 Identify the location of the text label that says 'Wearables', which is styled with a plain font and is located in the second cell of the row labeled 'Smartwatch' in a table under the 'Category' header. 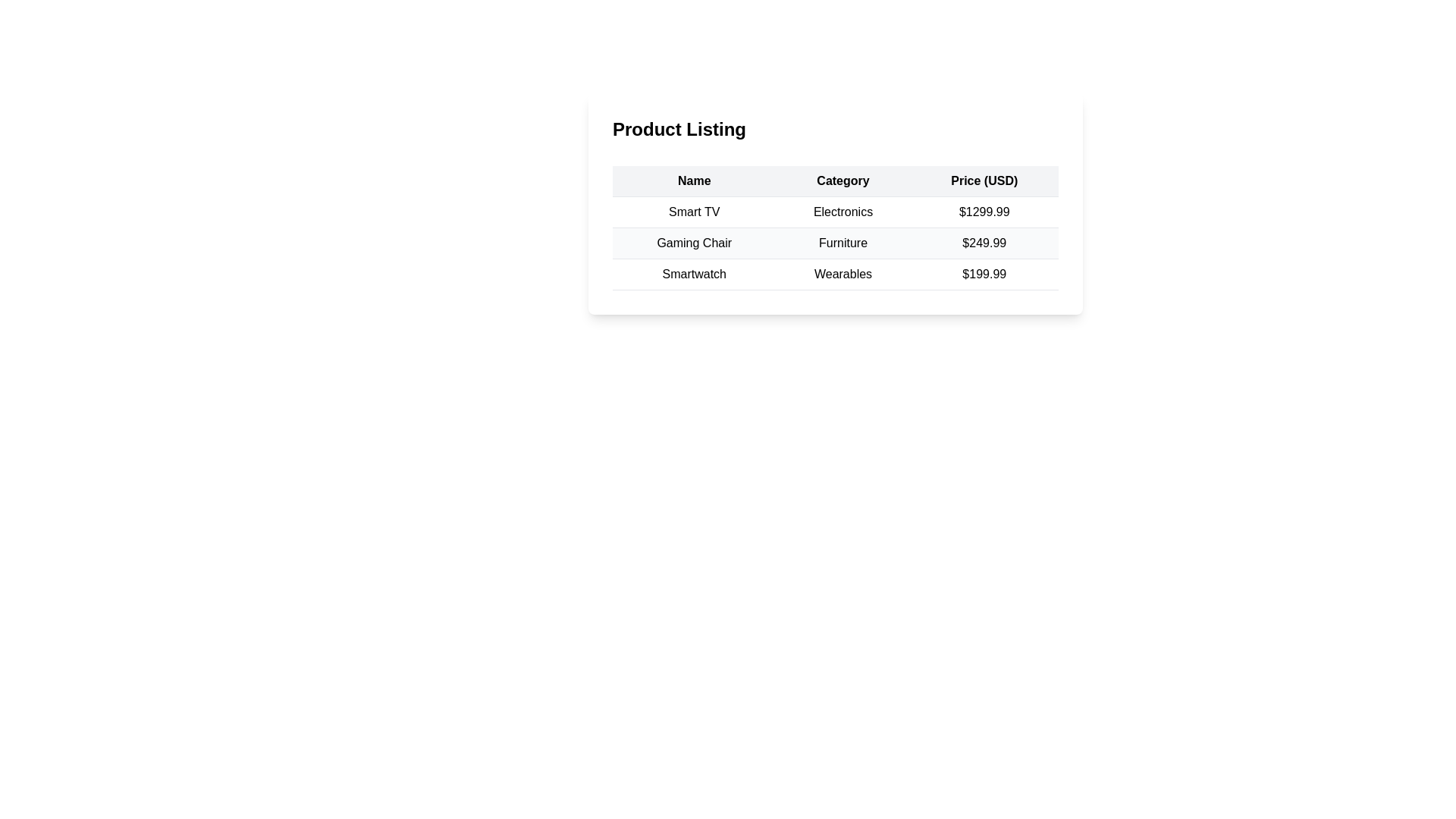
(843, 275).